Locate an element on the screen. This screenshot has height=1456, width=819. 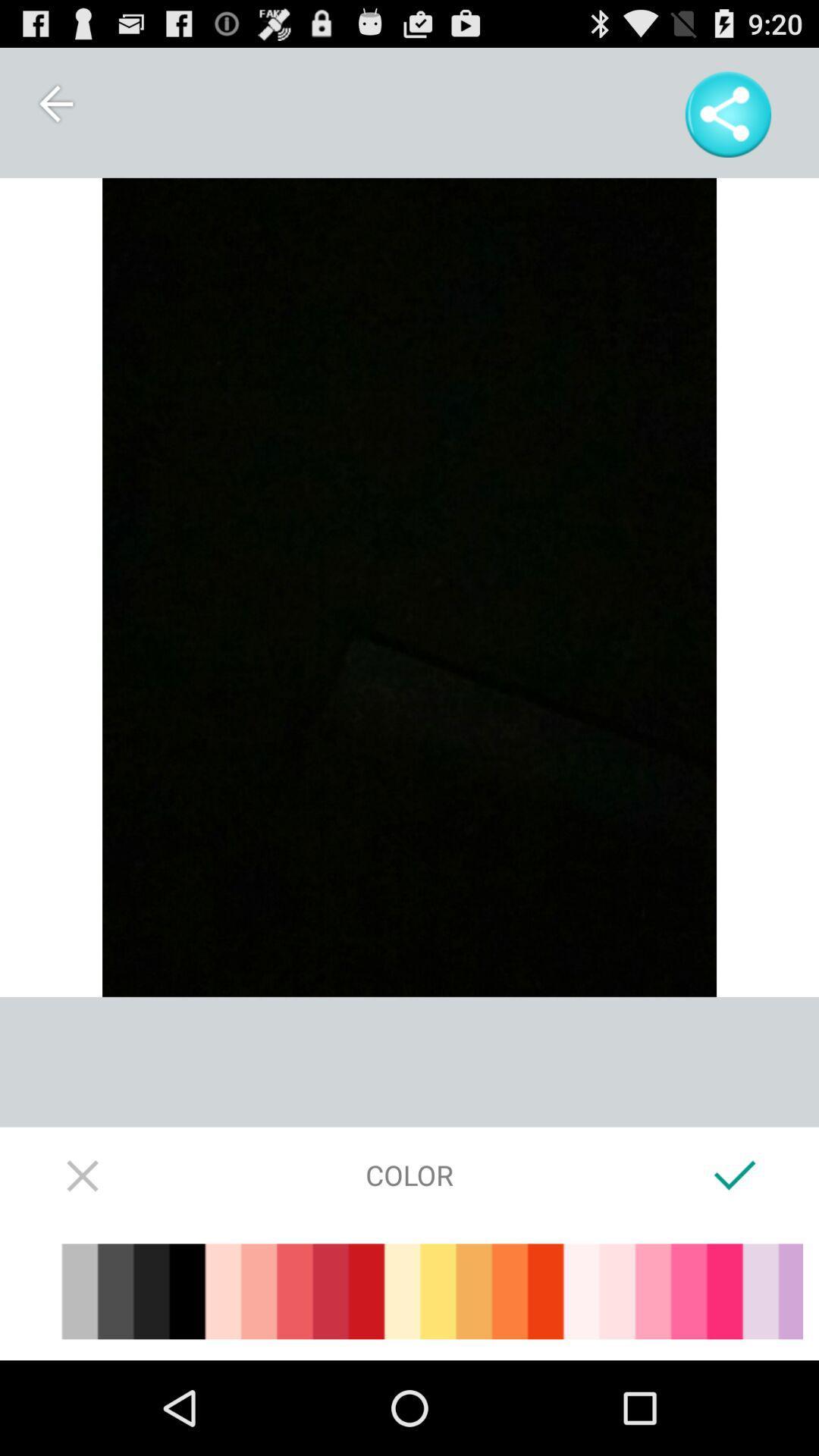
the icon to the left of color icon is located at coordinates (83, 1174).